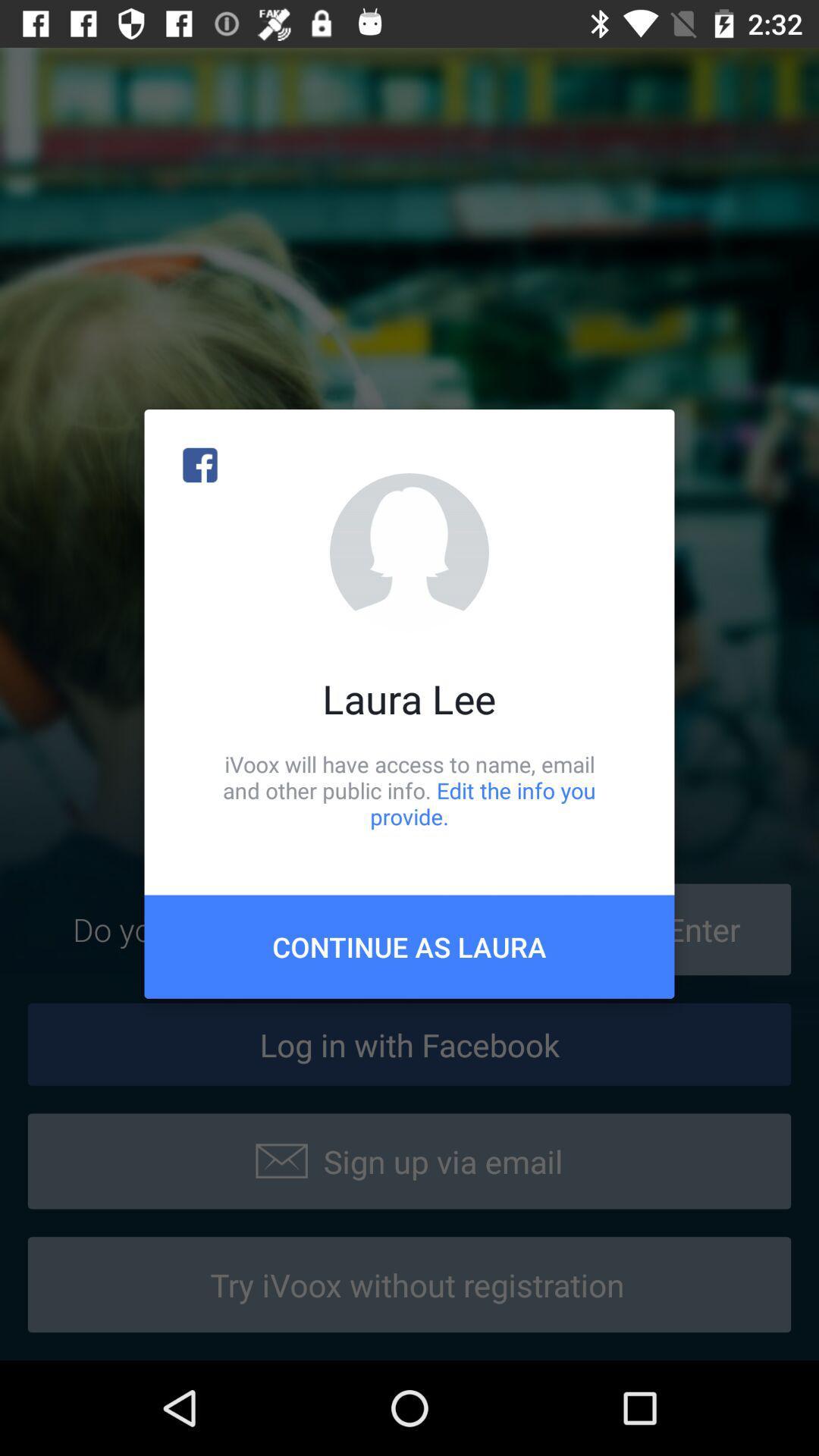 The height and width of the screenshot is (1456, 819). Describe the element at coordinates (409, 789) in the screenshot. I see `icon above continue as laura` at that location.